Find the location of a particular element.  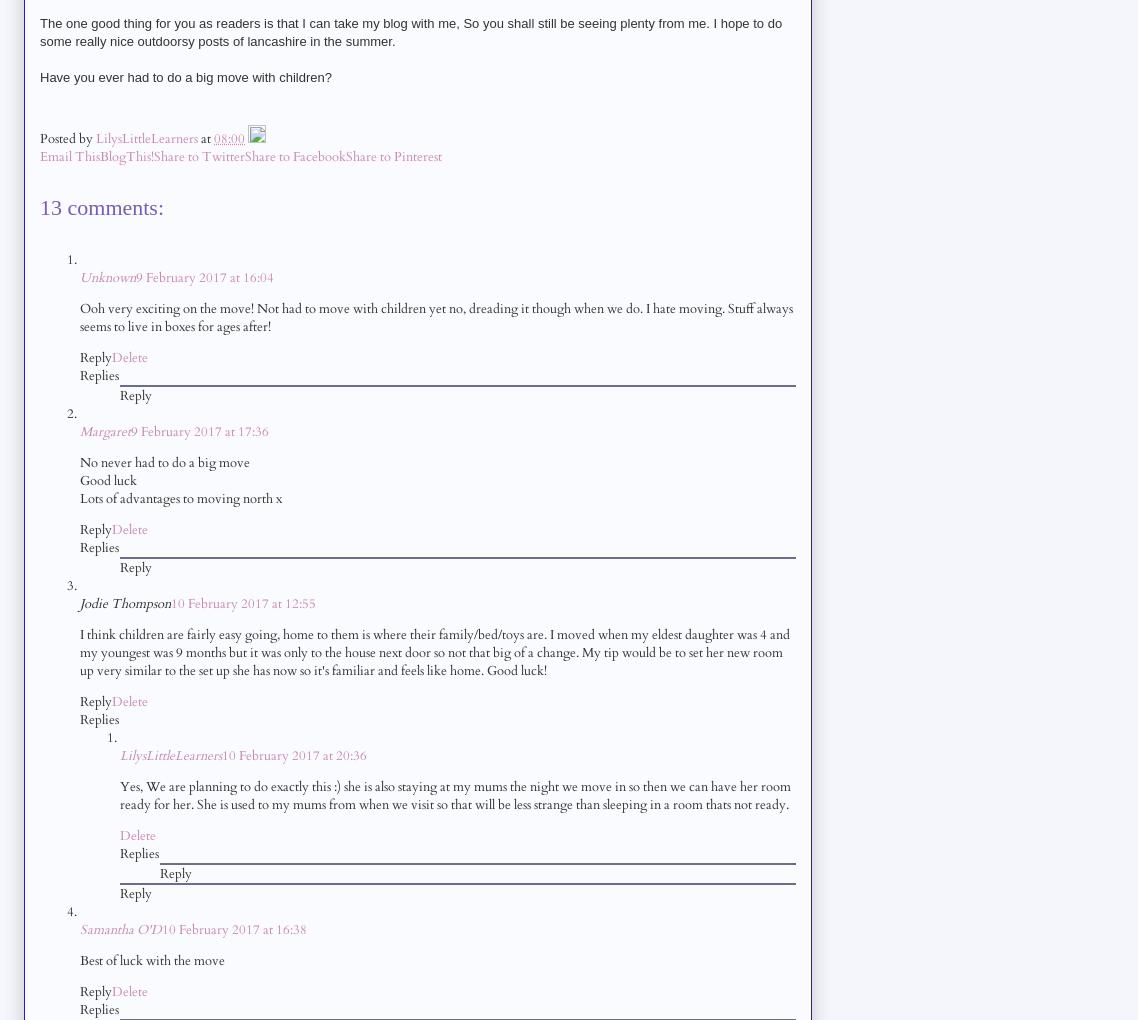

'Posted by' is located at coordinates (67, 139).